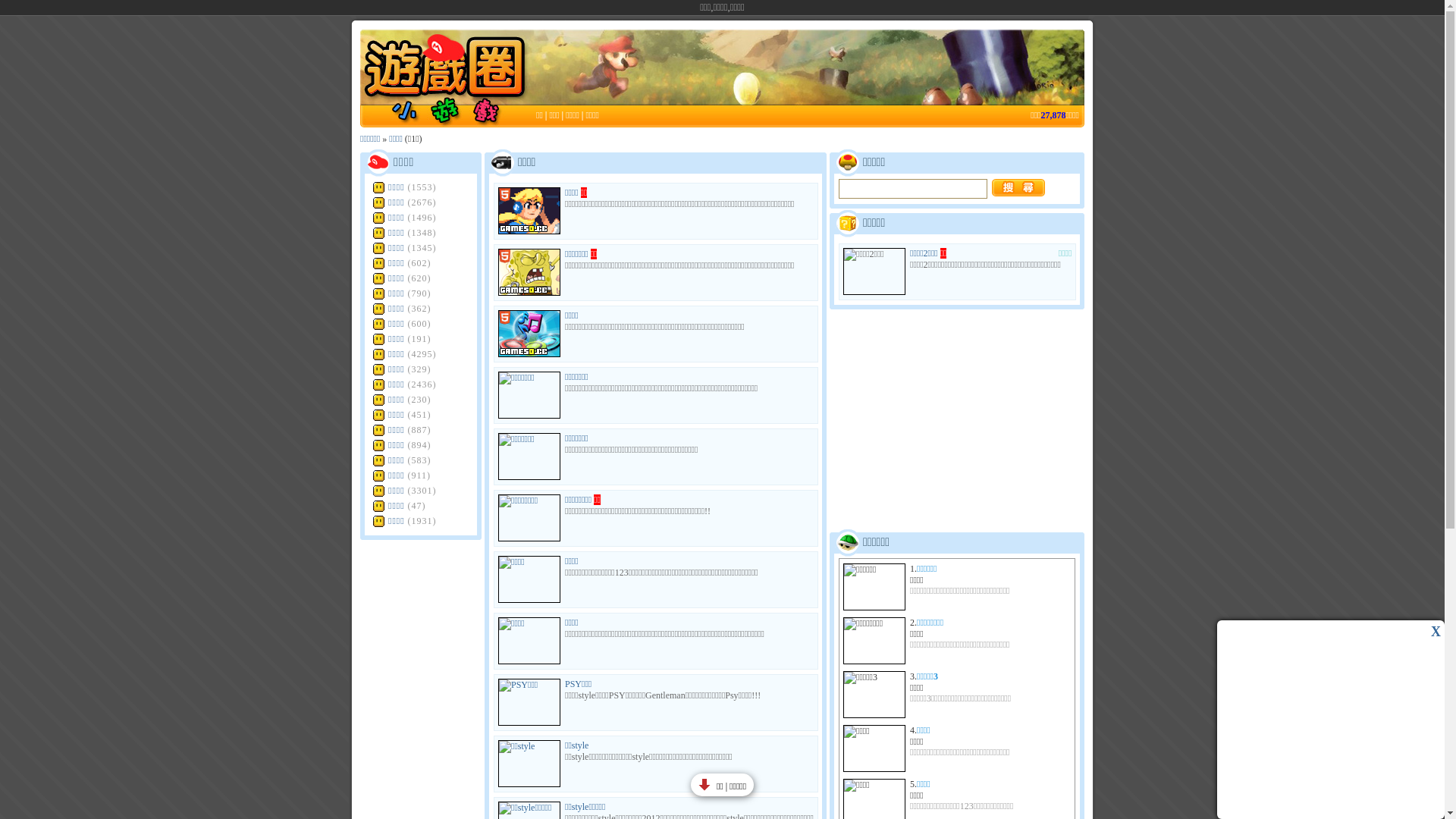 The height and width of the screenshot is (819, 1456). What do you see at coordinates (1435, 632) in the screenshot?
I see `'X'` at bounding box center [1435, 632].